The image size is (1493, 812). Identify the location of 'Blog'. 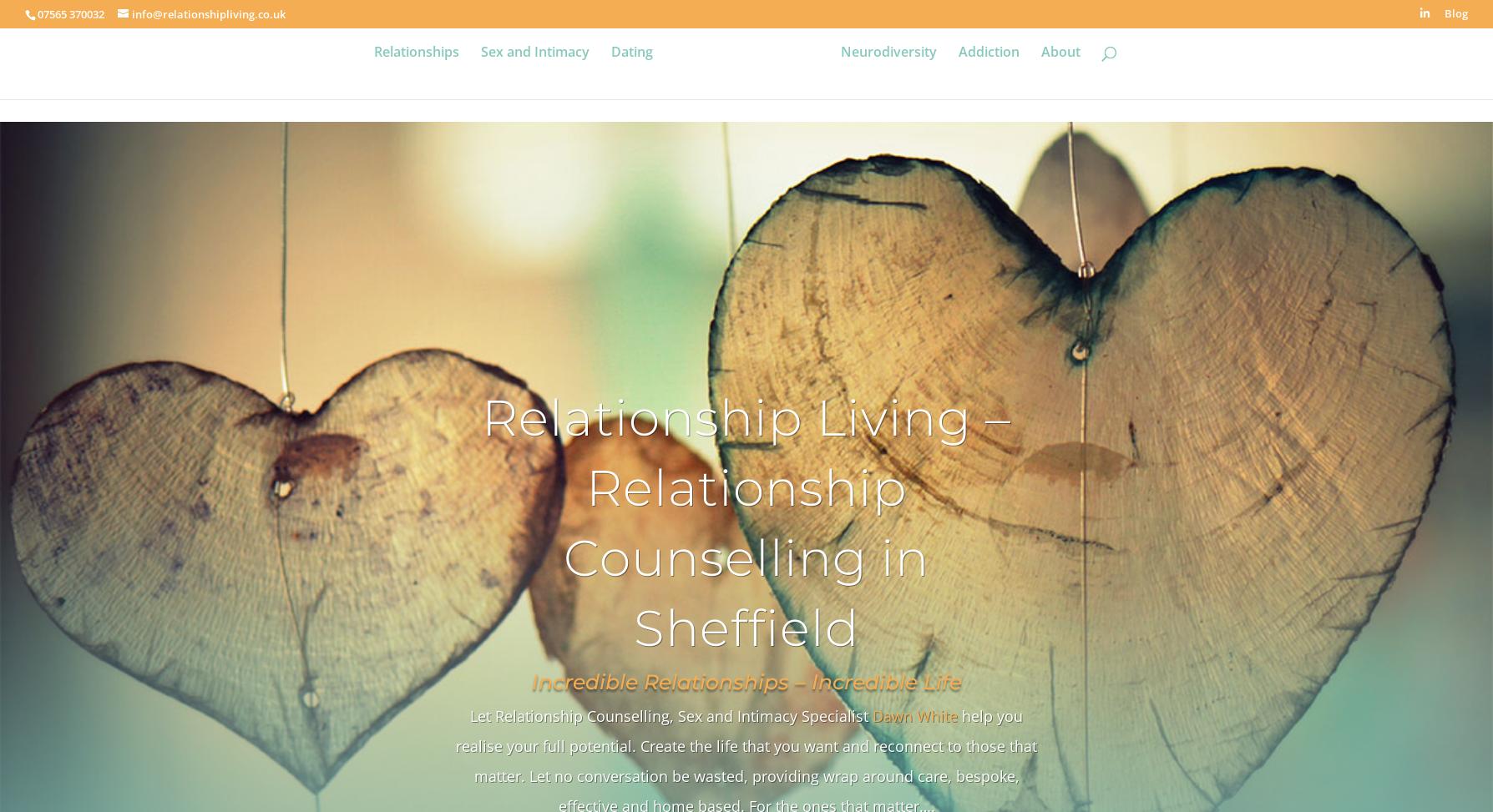
(1455, 12).